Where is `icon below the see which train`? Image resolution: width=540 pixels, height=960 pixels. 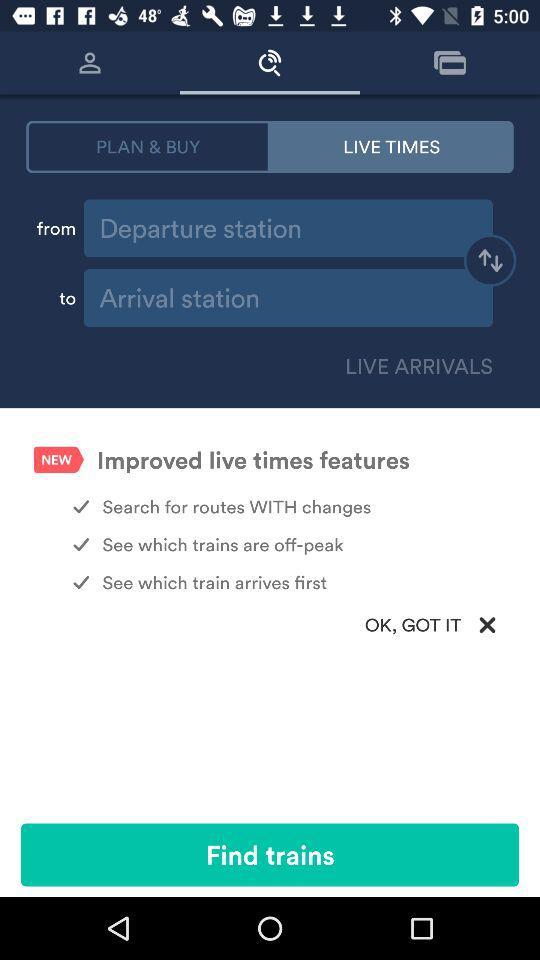 icon below the see which train is located at coordinates (270, 624).